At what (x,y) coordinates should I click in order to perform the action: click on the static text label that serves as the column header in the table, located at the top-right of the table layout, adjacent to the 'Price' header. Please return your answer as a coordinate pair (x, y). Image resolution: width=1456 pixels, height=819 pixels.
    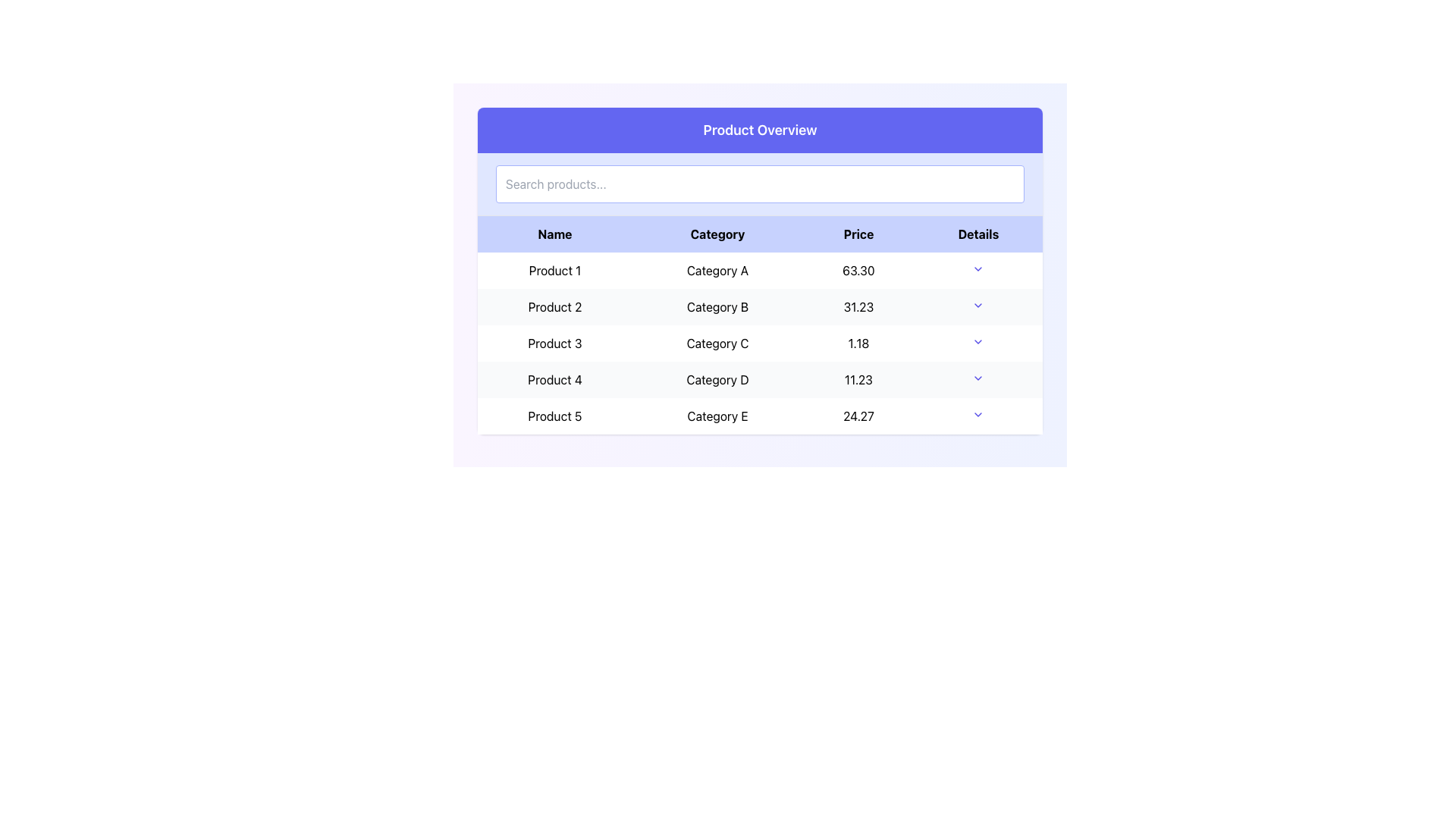
    Looking at the image, I should click on (978, 234).